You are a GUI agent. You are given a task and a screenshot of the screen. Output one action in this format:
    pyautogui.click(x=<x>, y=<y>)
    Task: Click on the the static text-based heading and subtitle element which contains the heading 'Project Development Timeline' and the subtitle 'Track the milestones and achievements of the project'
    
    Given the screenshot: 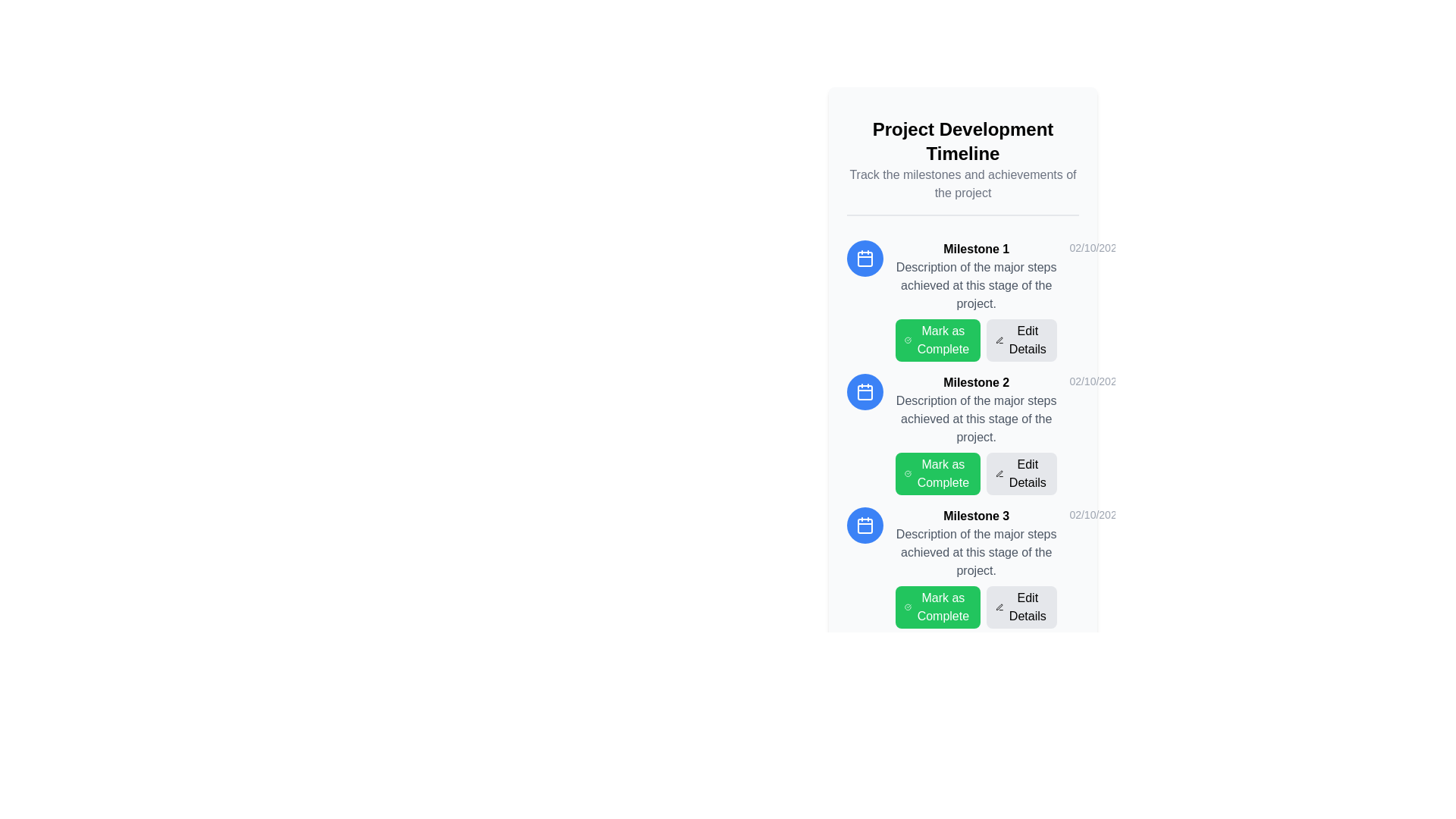 What is the action you would take?
    pyautogui.click(x=962, y=161)
    